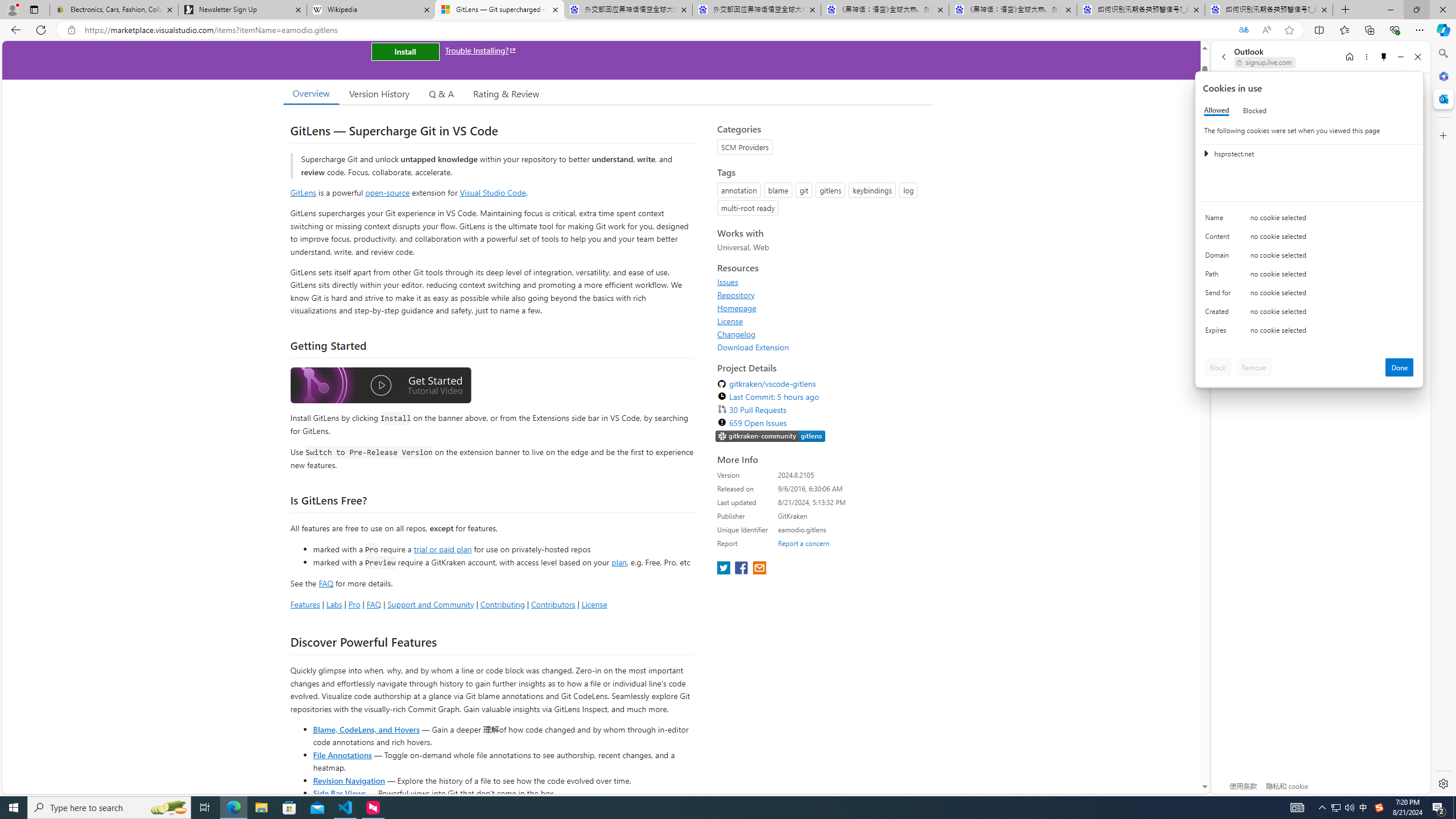 The width and height of the screenshot is (1456, 819). I want to click on 'Class: c0153 c0157', so click(1309, 333).